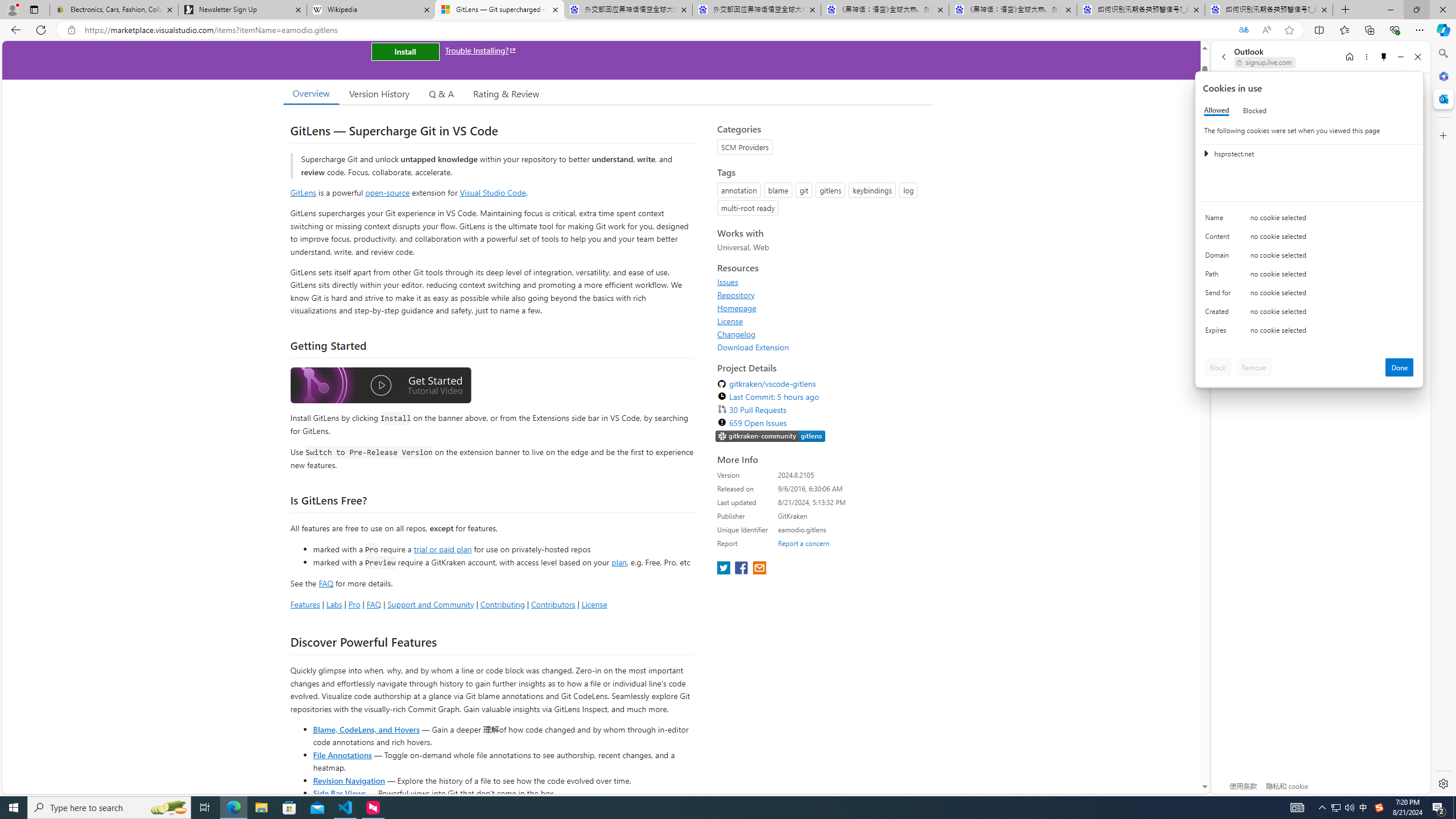 The width and height of the screenshot is (1456, 819). I want to click on 'Class: c0153 c0157', so click(1309, 333).